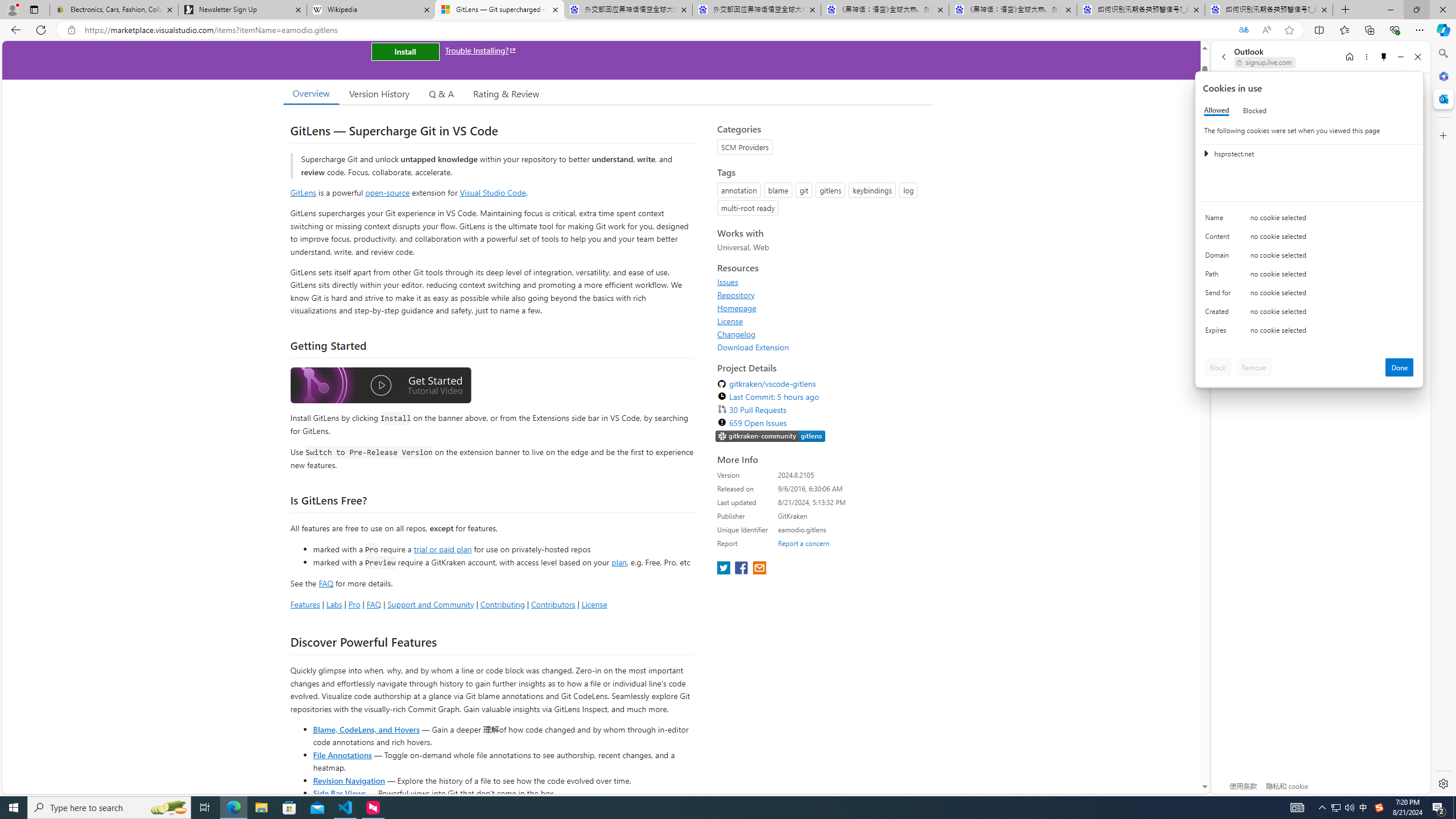 The width and height of the screenshot is (1456, 819). I want to click on 'Class: c0153 c0157', so click(1309, 333).